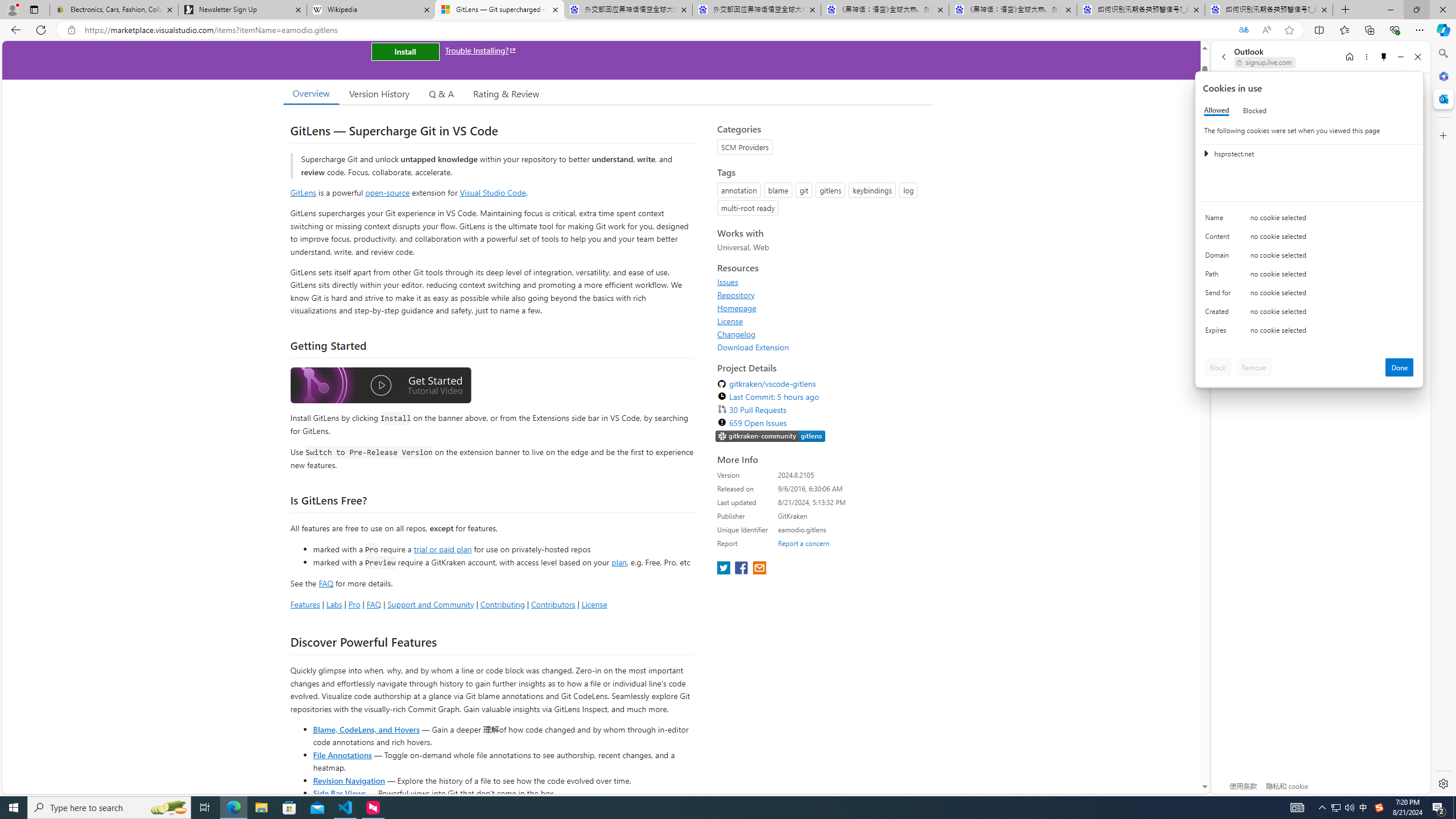 The width and height of the screenshot is (1456, 819). I want to click on 'Class: c0153 c0157', so click(1309, 333).